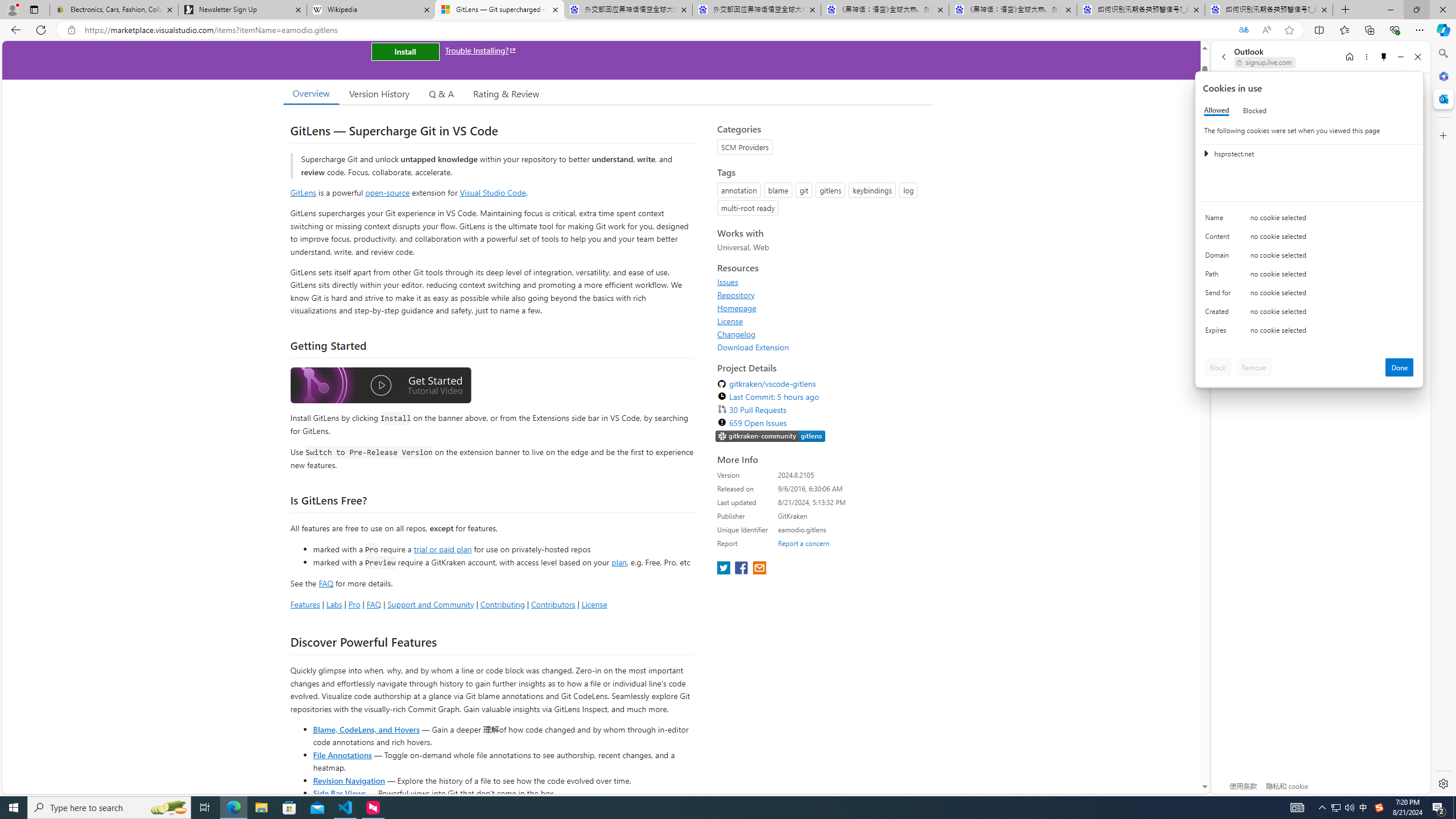 The width and height of the screenshot is (1456, 819). I want to click on 'Class: c0153 c0157', so click(1309, 333).